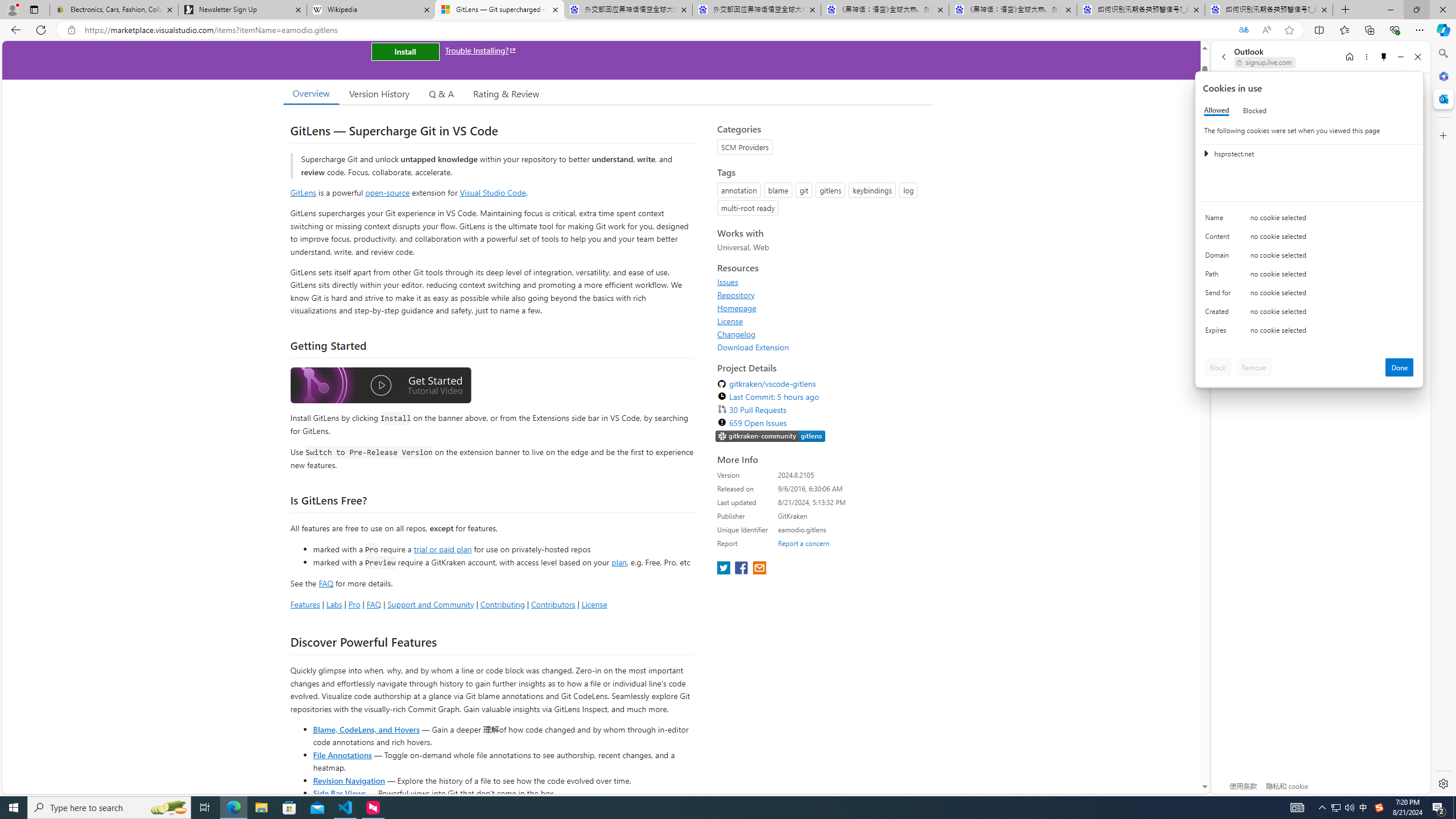 The width and height of the screenshot is (1456, 819). I want to click on 'Class: c0153 c0157', so click(1309, 333).